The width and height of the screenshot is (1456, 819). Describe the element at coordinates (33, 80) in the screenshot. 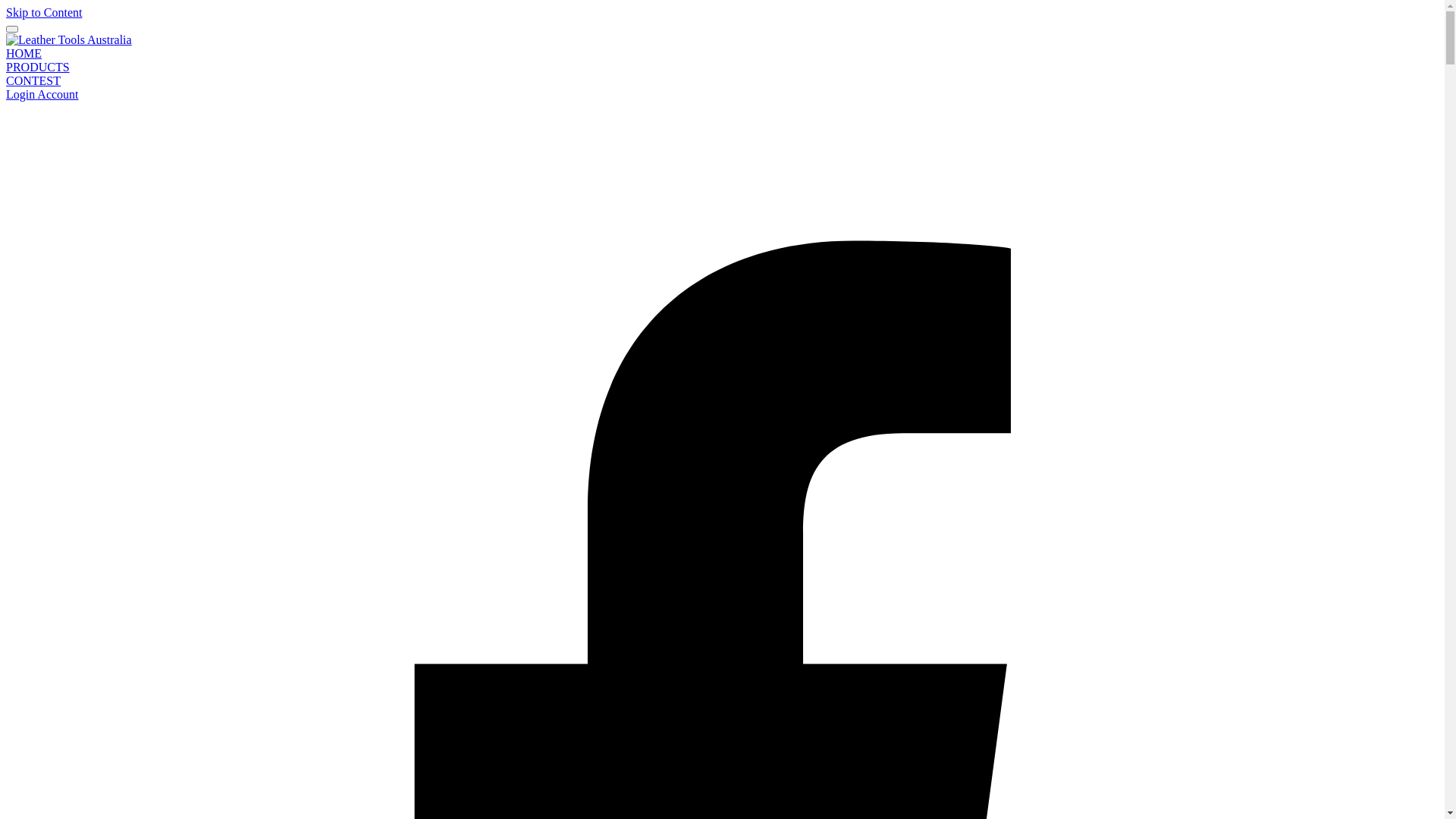

I see `'CONTEST'` at that location.